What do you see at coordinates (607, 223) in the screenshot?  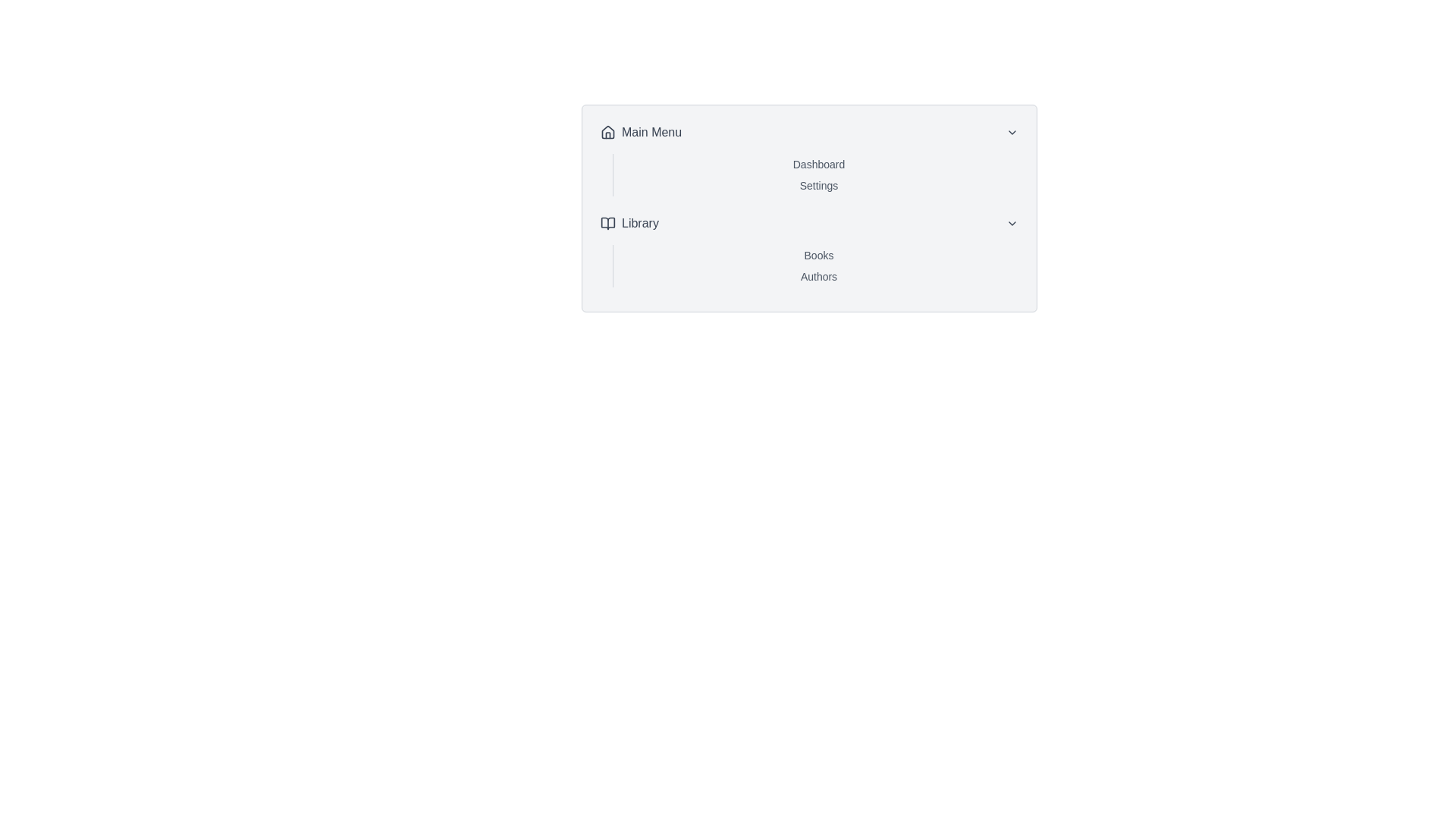 I see `the right part of the open book icon located next to the 'Library' text label in the left-side menu for interaction` at bounding box center [607, 223].